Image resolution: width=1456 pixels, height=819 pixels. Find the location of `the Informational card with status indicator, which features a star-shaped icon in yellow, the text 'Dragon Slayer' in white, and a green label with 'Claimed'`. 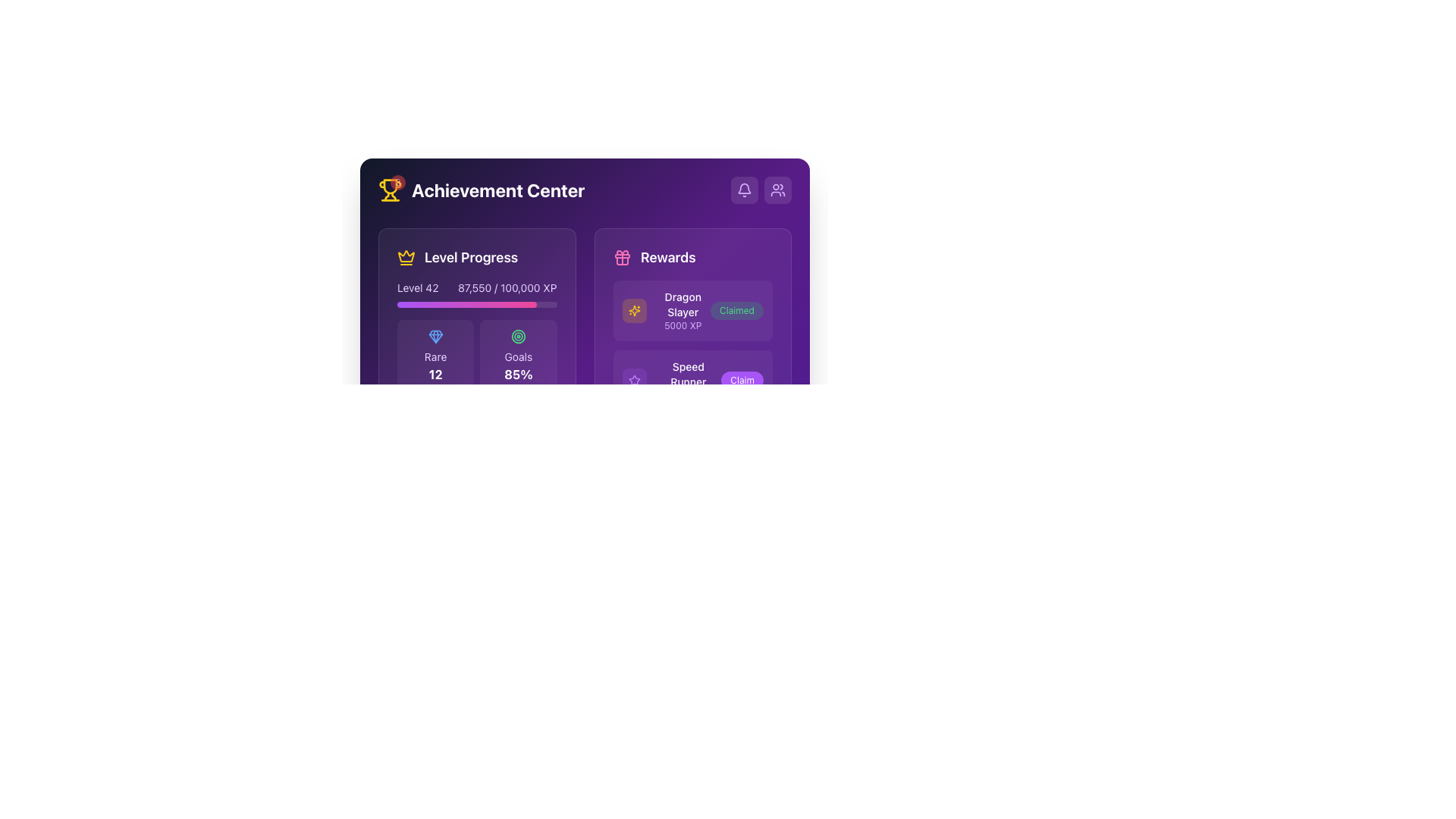

the Informational card with status indicator, which features a star-shaped icon in yellow, the text 'Dragon Slayer' in white, and a green label with 'Claimed' is located at coordinates (692, 309).